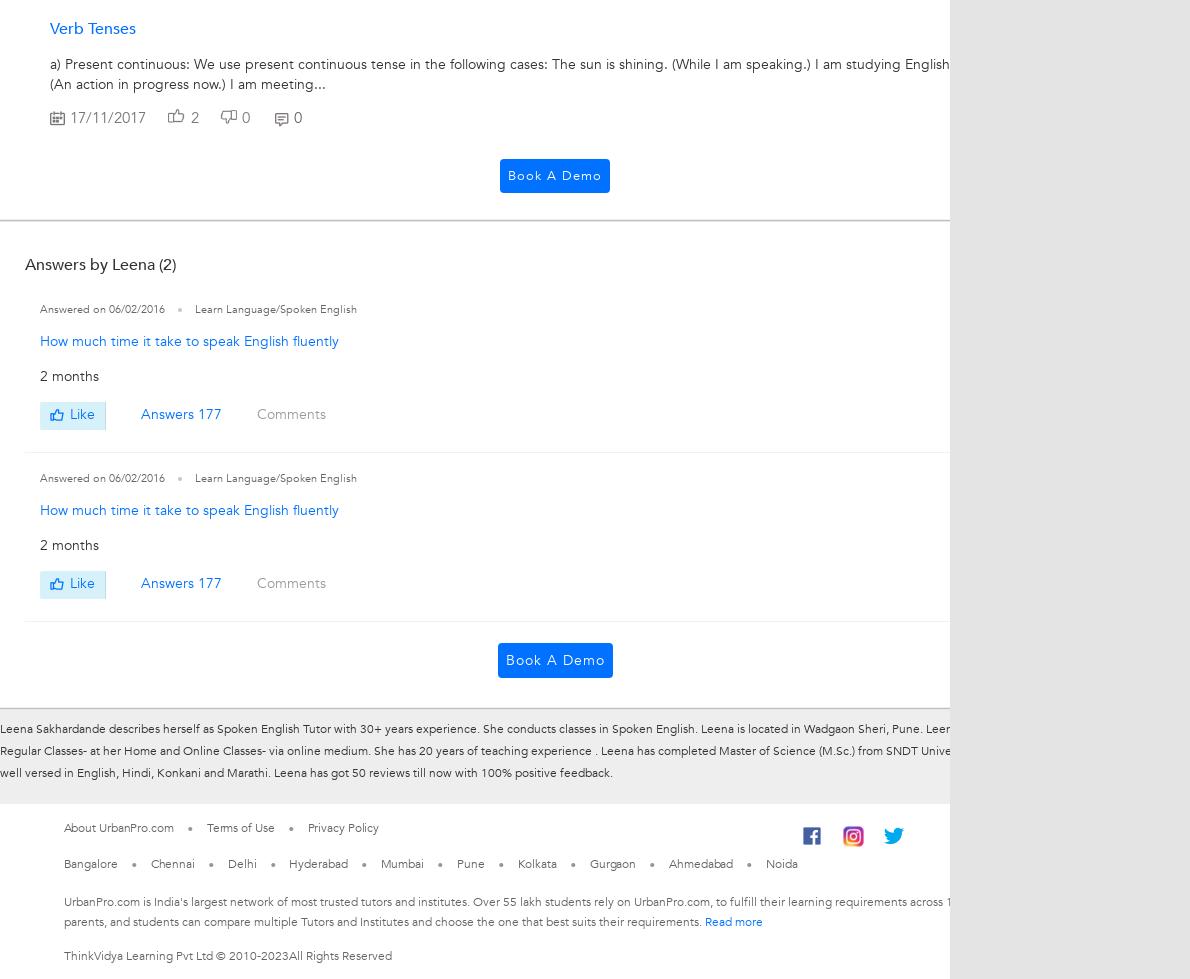 The height and width of the screenshot is (979, 1190). I want to click on 'Chennai', so click(170, 861).